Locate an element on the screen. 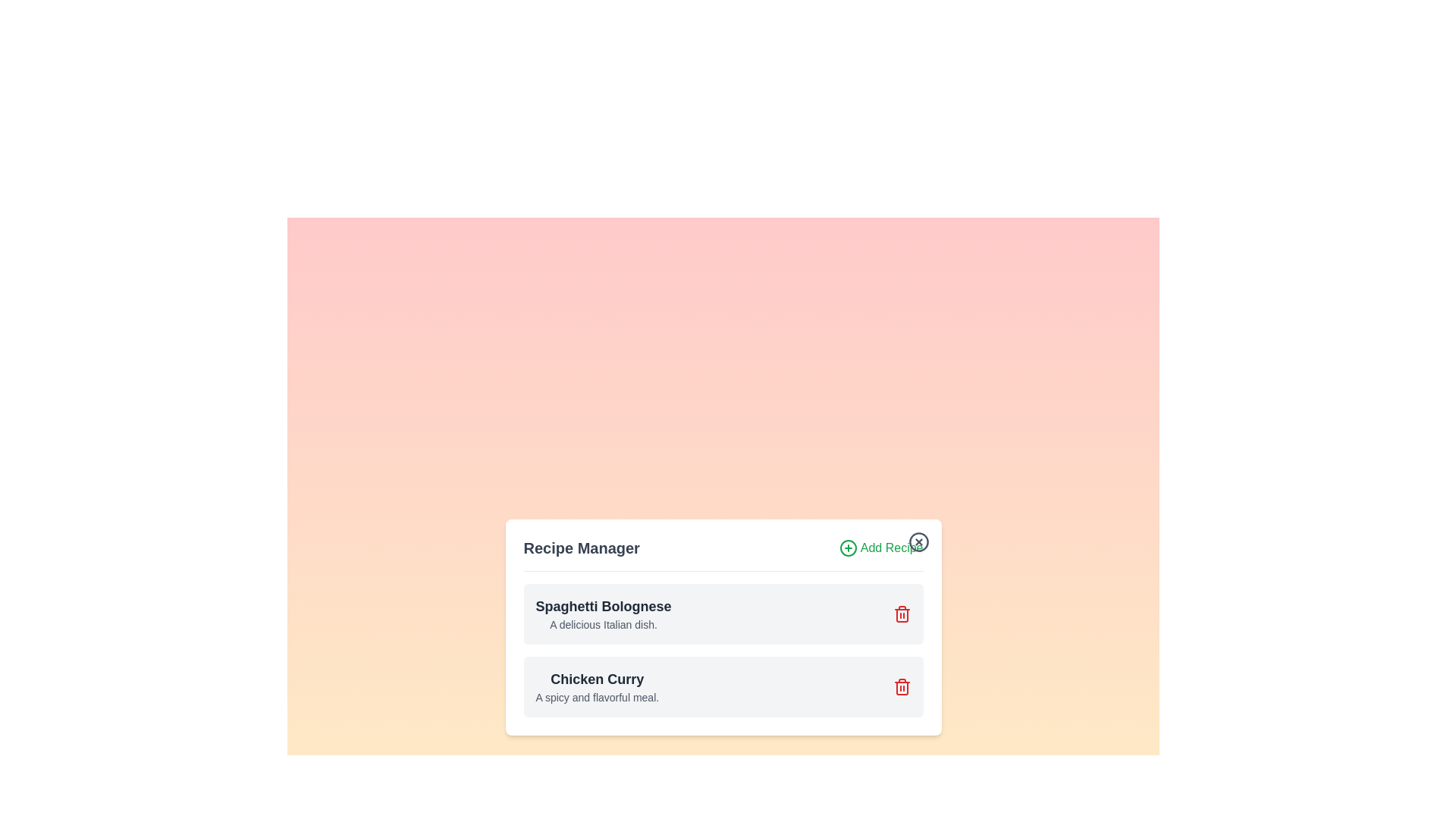 This screenshot has width=1456, height=819. the static text label element representing the first recipe item in the 'Recipe Manager' list is located at coordinates (603, 605).